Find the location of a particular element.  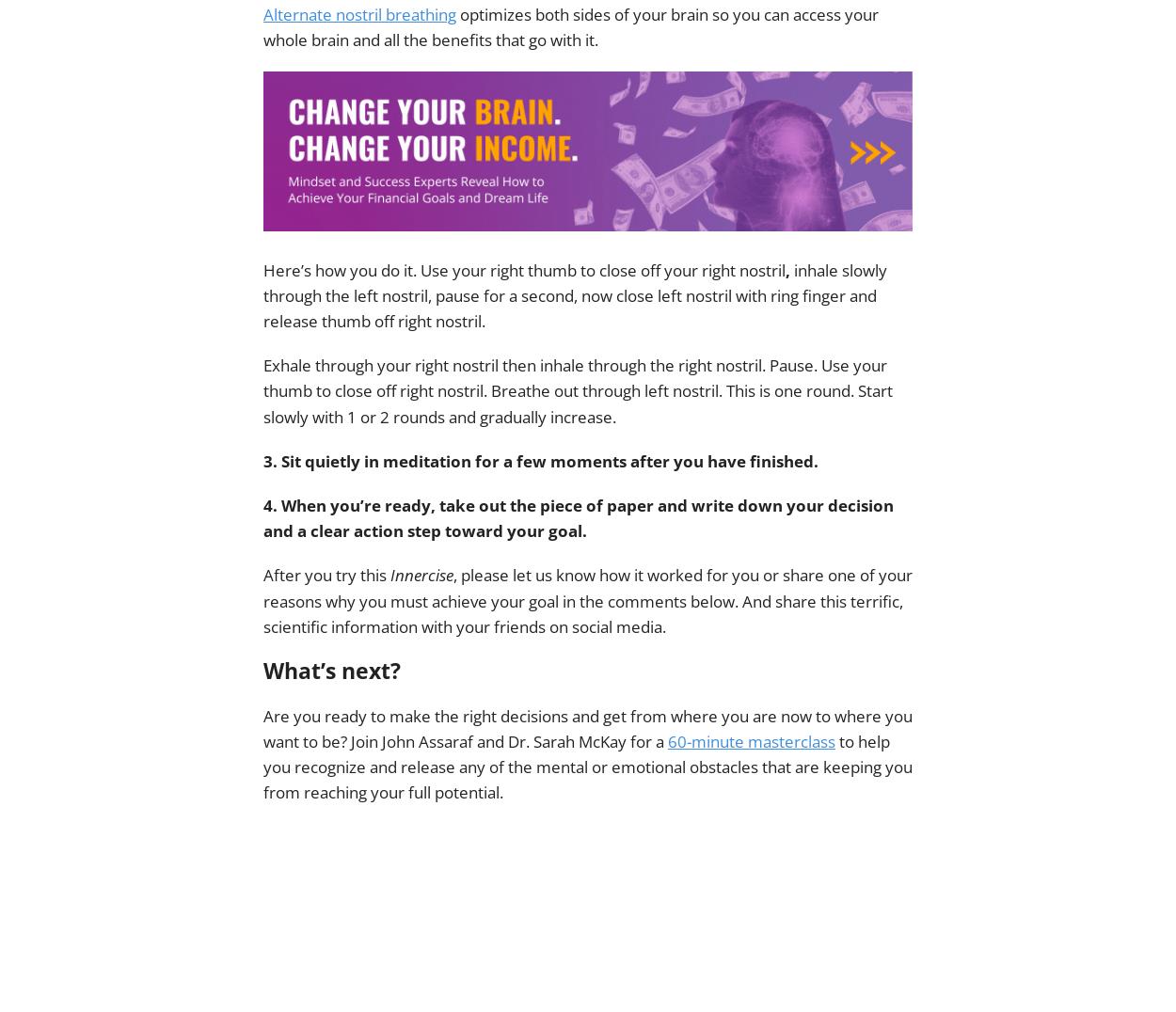

'Alternate nostril breathing' is located at coordinates (359, 12).